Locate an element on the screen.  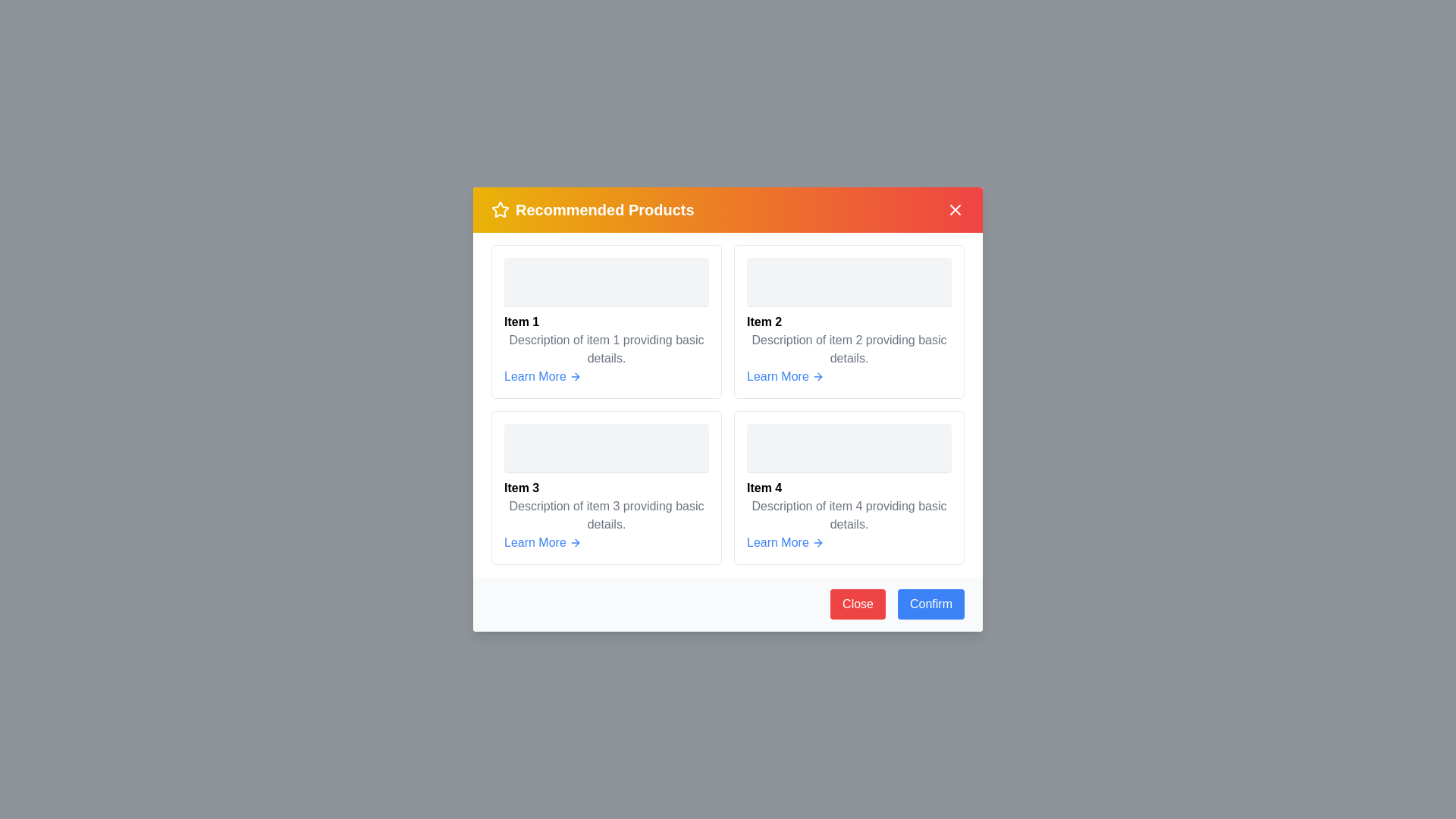
the 'Close' button located in the footer of the dialog to close it is located at coordinates (858, 604).